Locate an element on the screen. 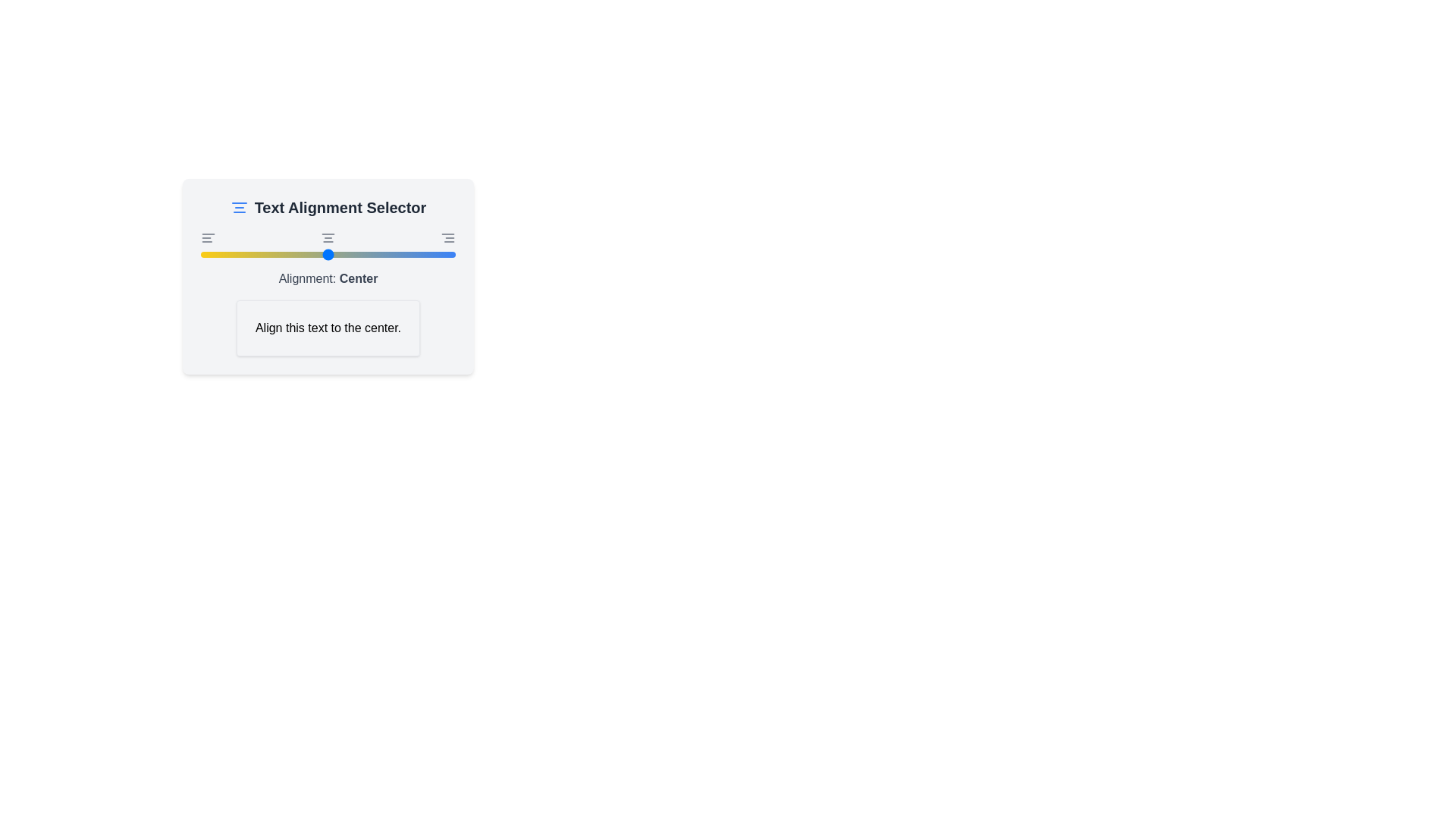 This screenshot has width=1456, height=819. the alignment icon to set alignment to center is located at coordinates (327, 237).